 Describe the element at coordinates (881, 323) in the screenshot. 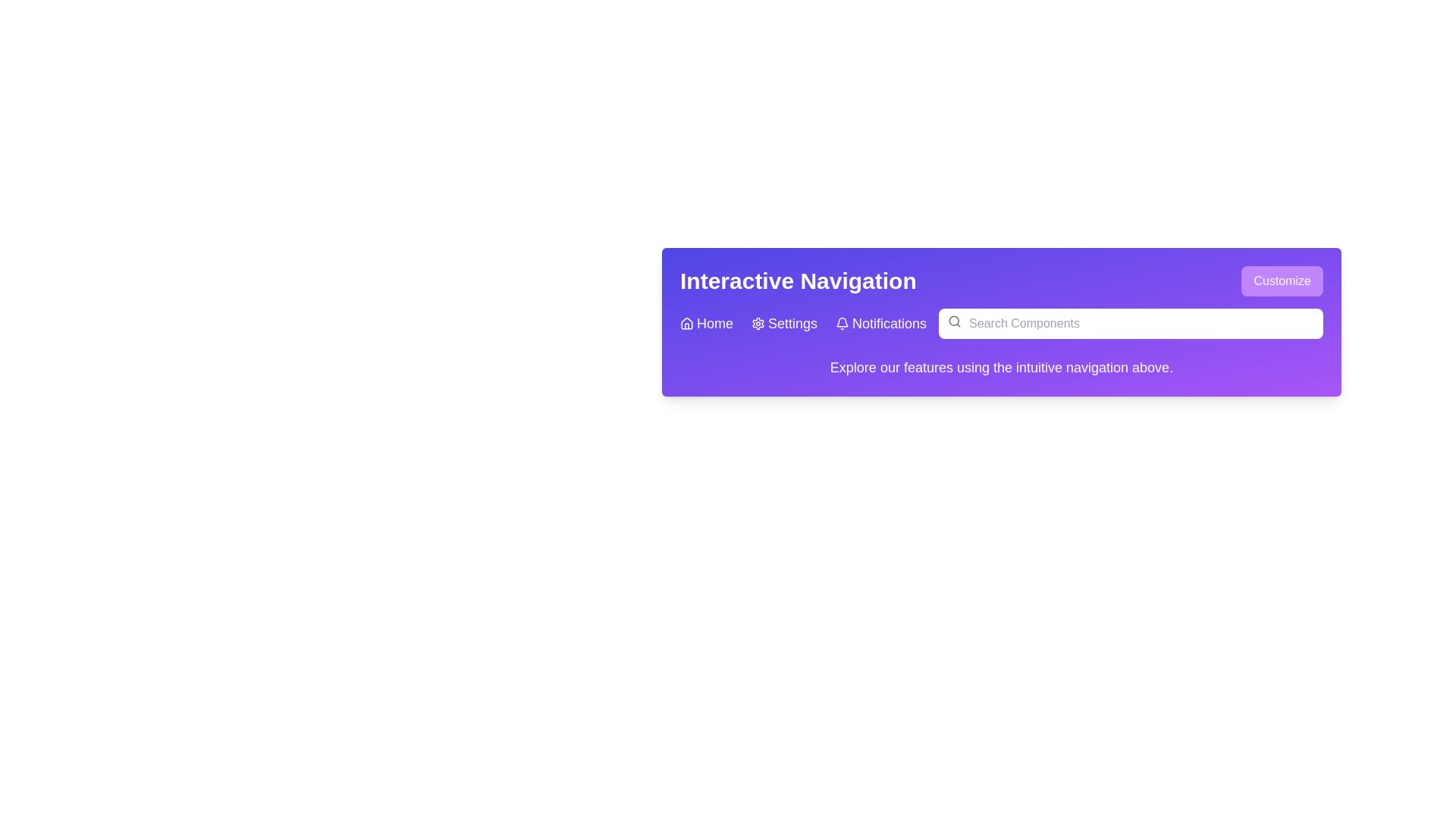

I see `the 'Notifications' interactive link with a bell icon` at that location.